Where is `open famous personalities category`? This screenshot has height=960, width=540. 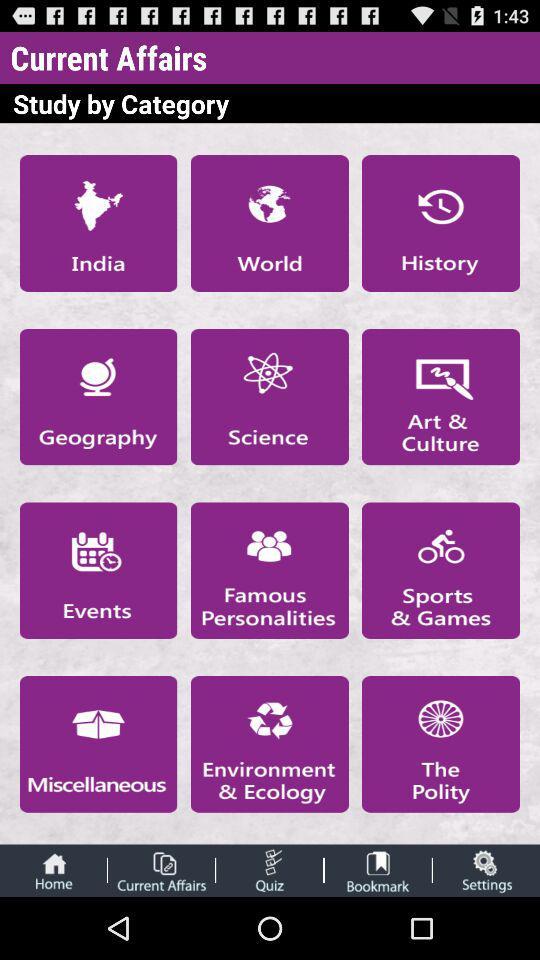 open famous personalities category is located at coordinates (269, 570).